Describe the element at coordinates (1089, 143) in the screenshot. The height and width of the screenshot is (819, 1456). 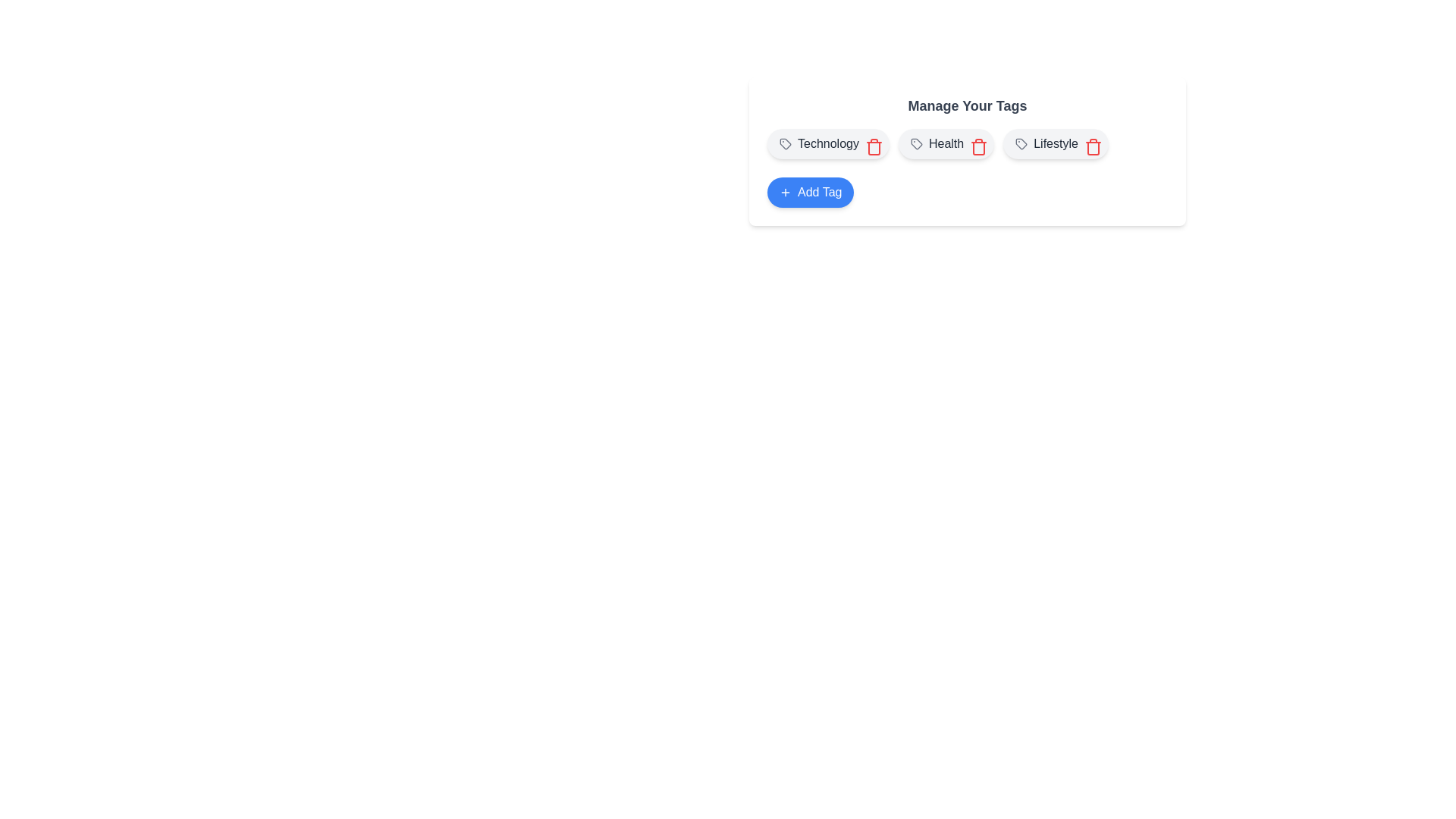
I see `the delete button for the tag labeled Lifestyle` at that location.